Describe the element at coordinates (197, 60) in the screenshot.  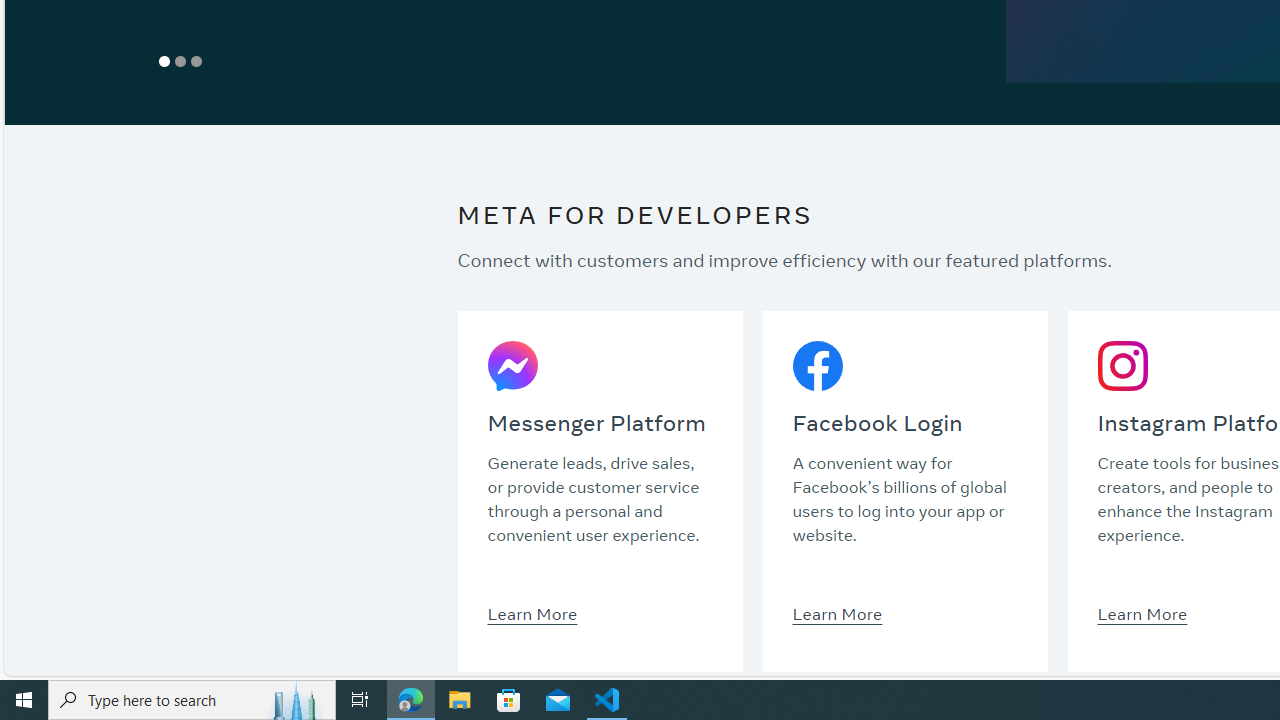
I see `'Show Slide 3'` at that location.